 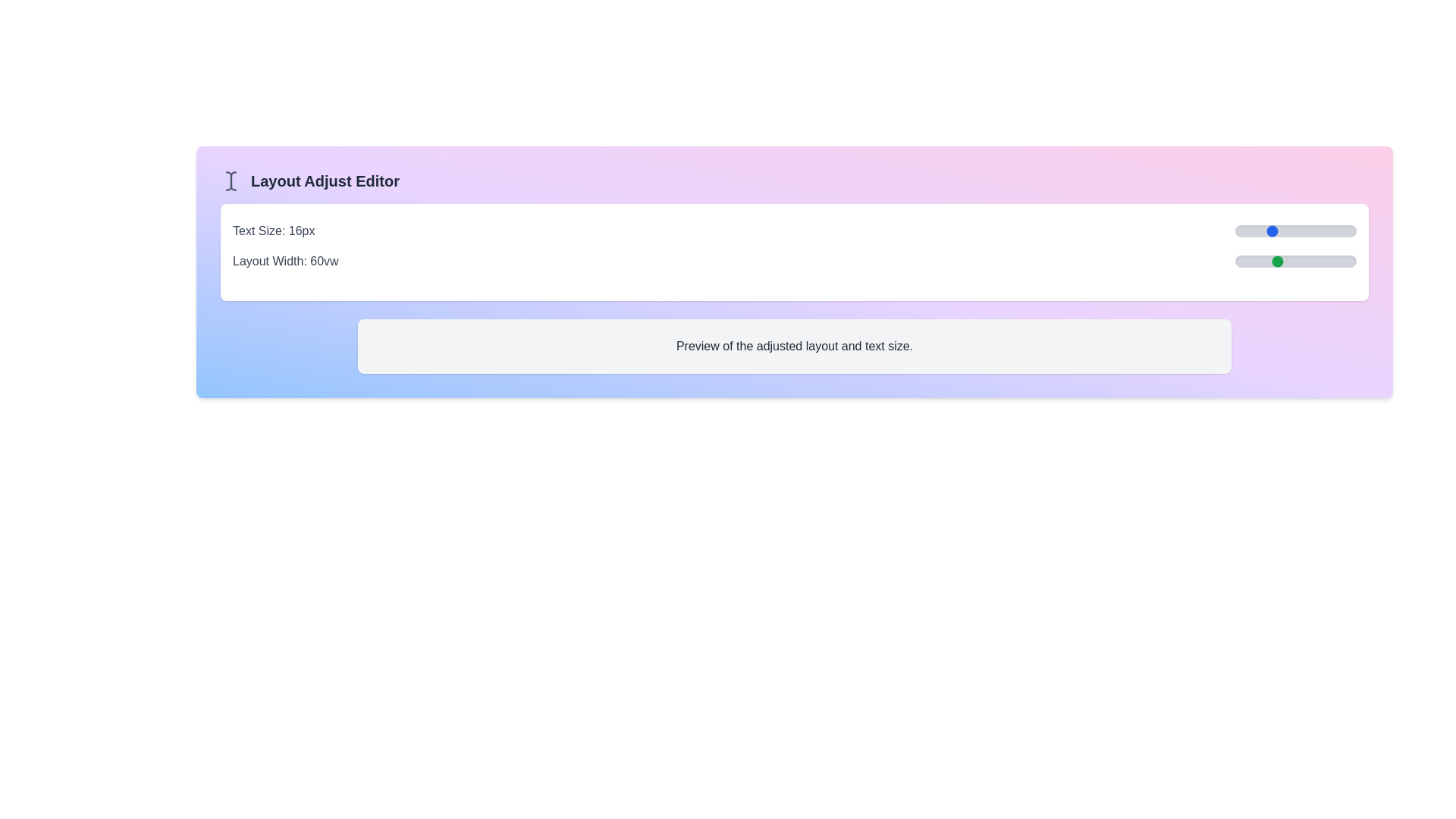 I want to click on the slider, so click(x=1348, y=231).